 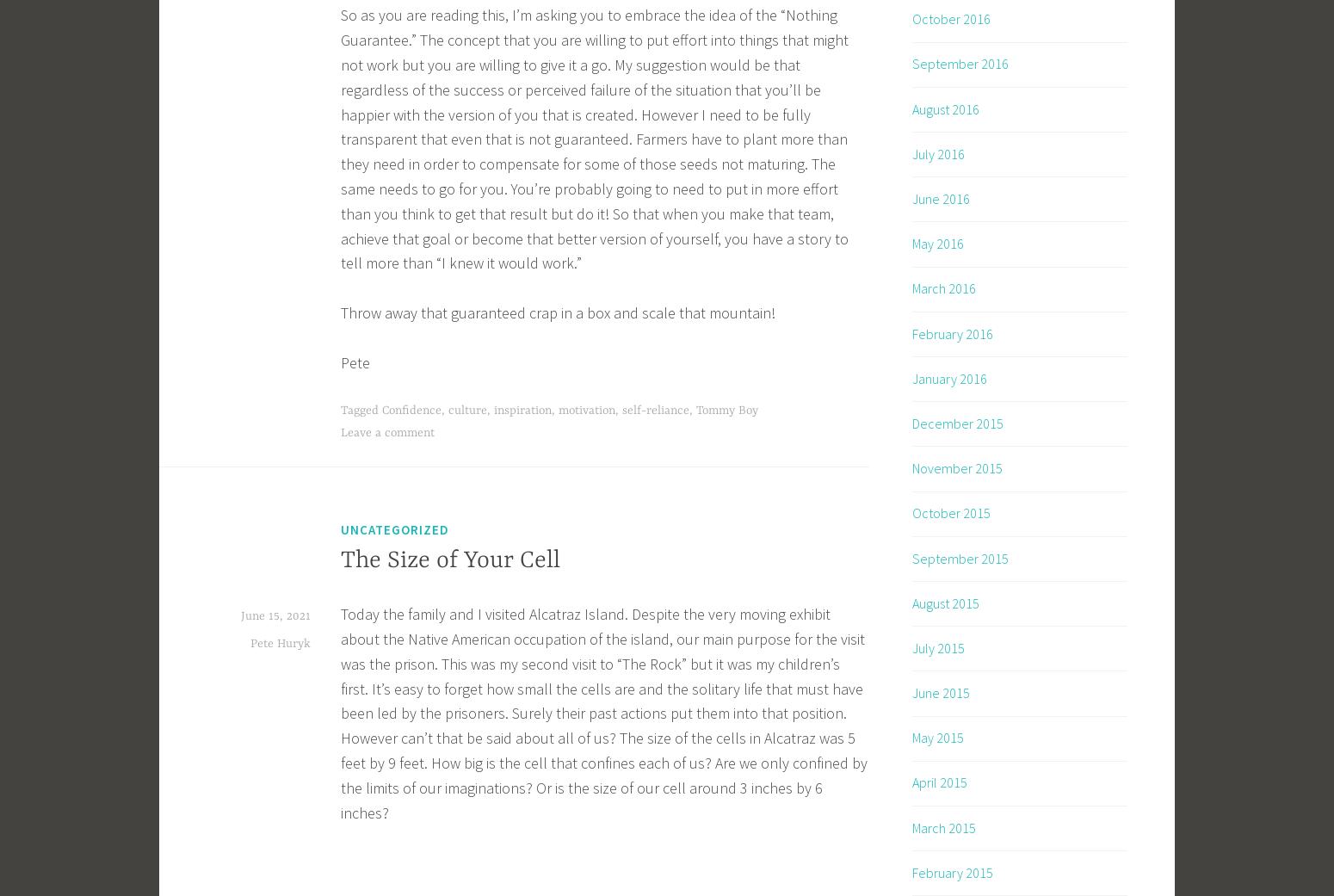 What do you see at coordinates (726, 409) in the screenshot?
I see `'Tommy Boy'` at bounding box center [726, 409].